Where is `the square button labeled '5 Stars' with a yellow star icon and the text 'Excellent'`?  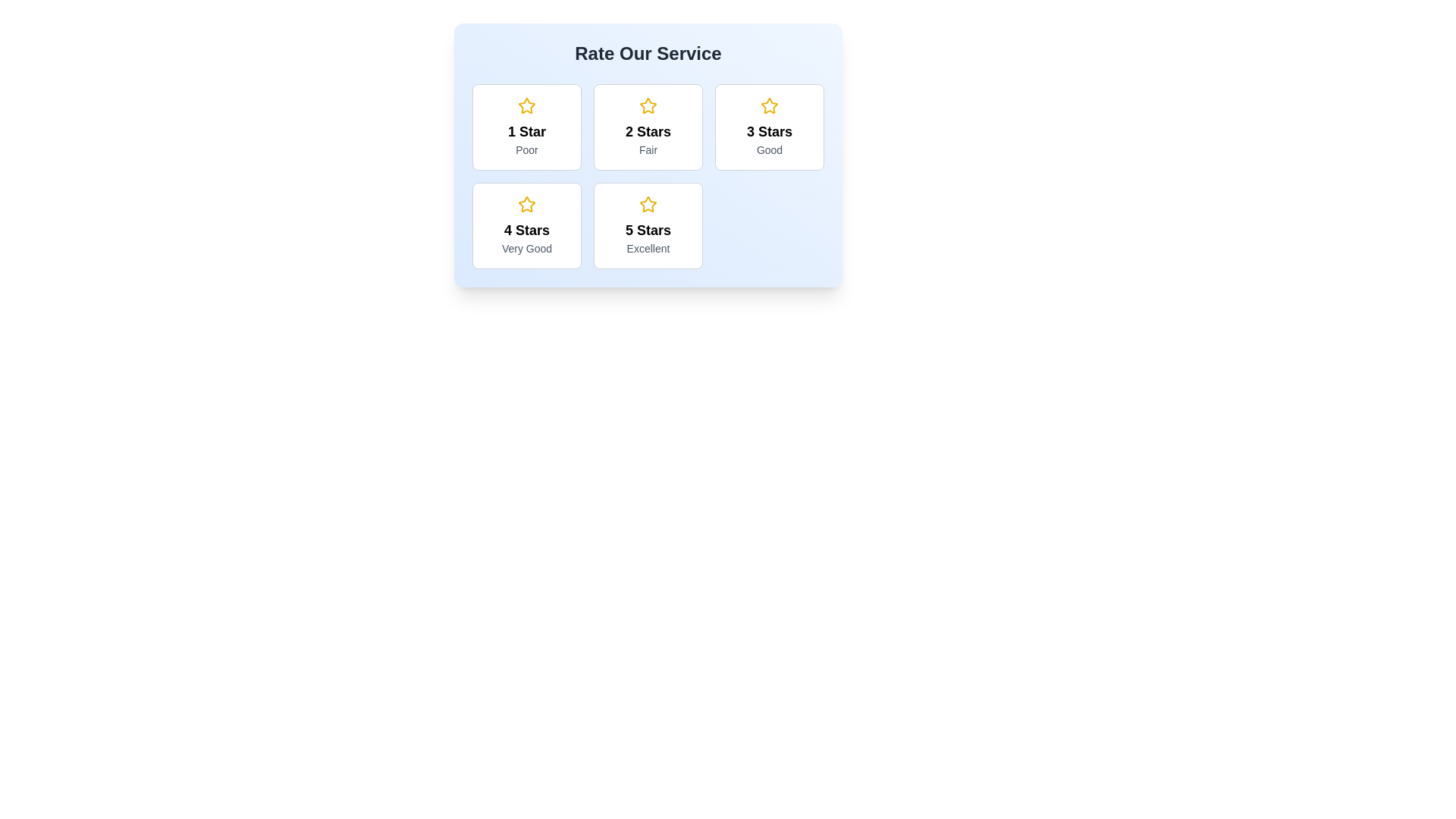 the square button labeled '5 Stars' with a yellow star icon and the text 'Excellent' is located at coordinates (648, 225).